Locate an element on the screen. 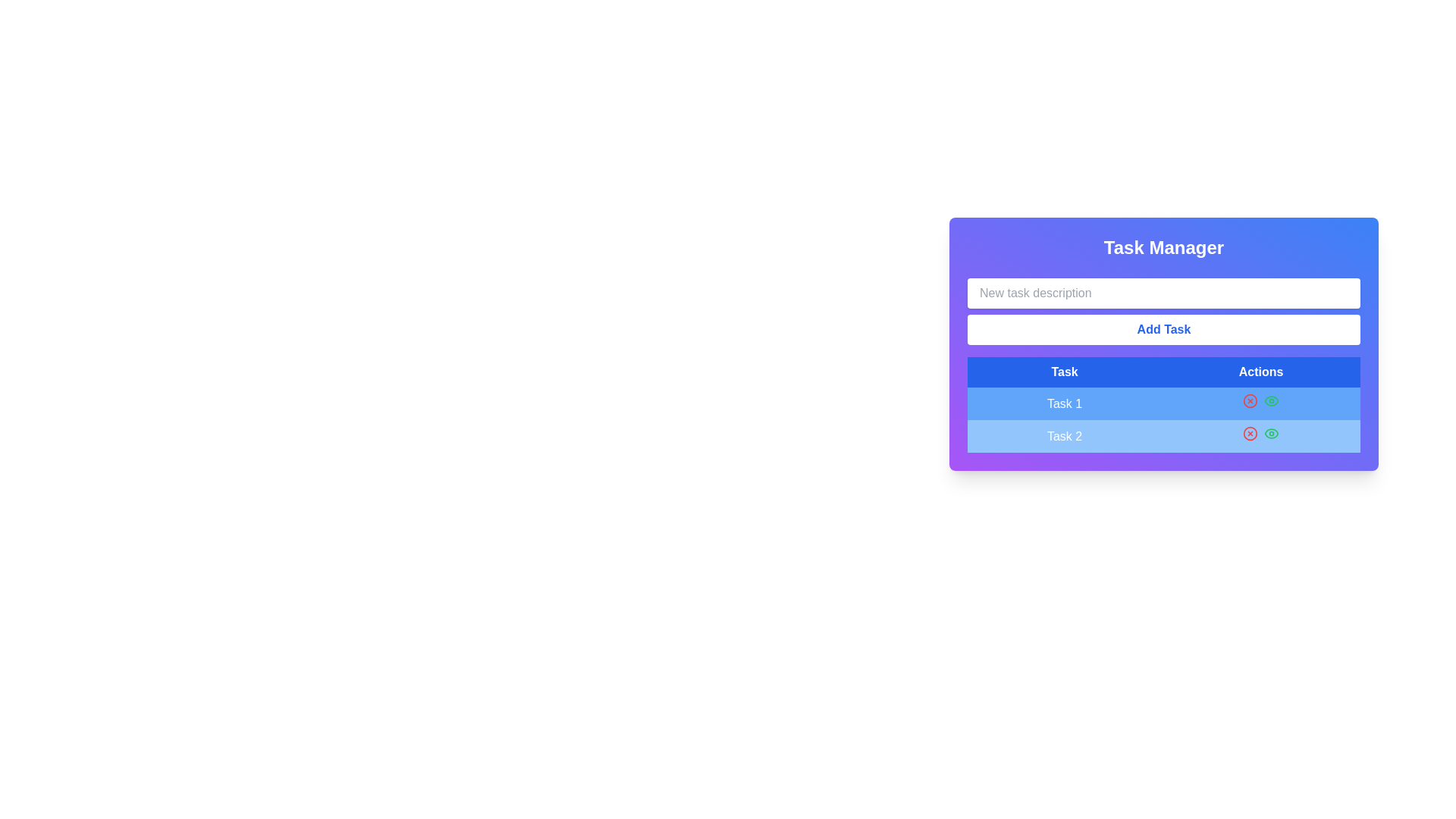  the visibility toggle icon button located in the 'Actions' column of the second row ('Task 2') is located at coordinates (1272, 433).